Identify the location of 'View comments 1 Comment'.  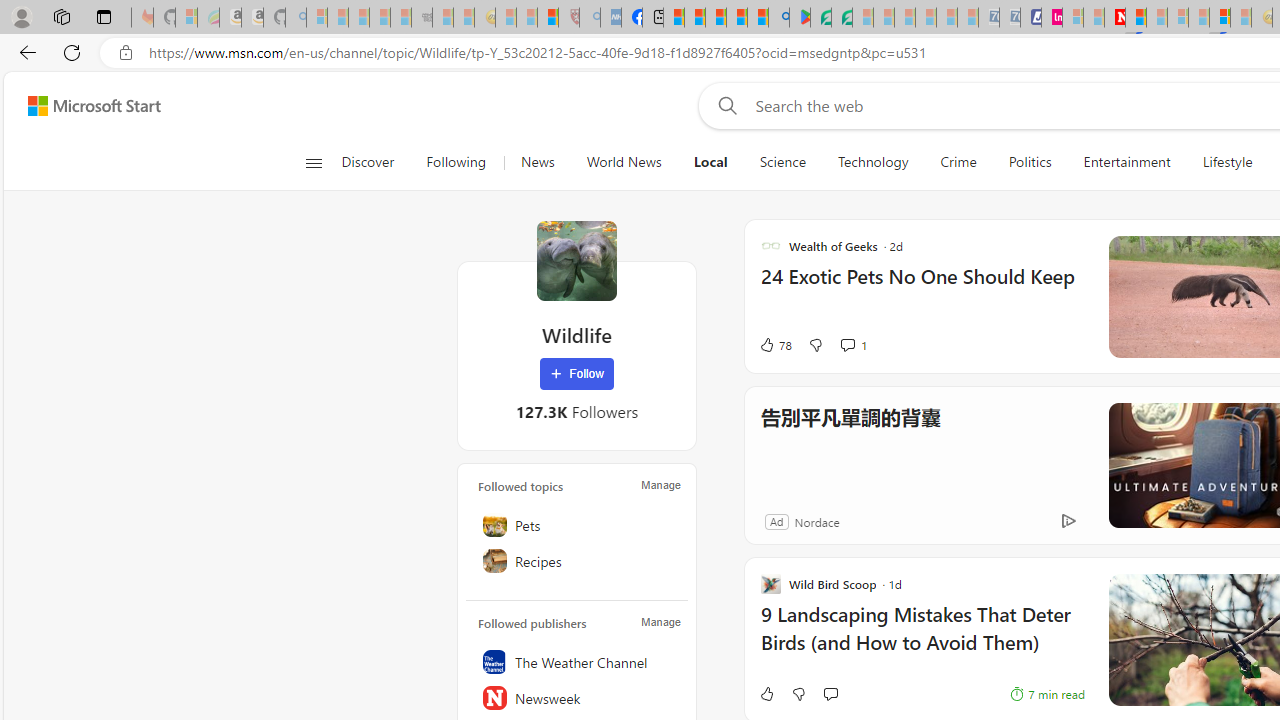
(853, 344).